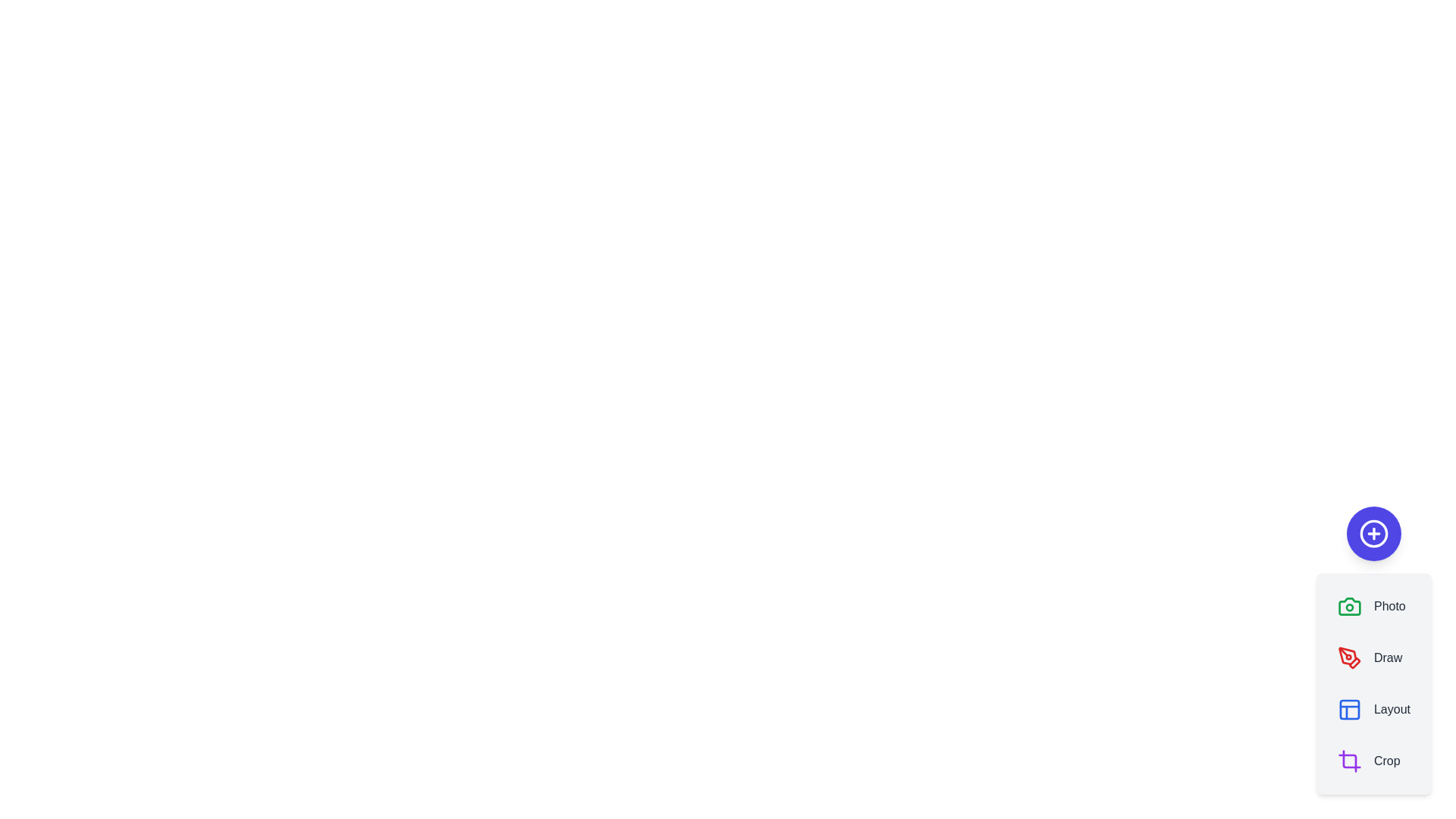 The height and width of the screenshot is (819, 1456). Describe the element at coordinates (1369, 761) in the screenshot. I see `the Crop button to select it` at that location.